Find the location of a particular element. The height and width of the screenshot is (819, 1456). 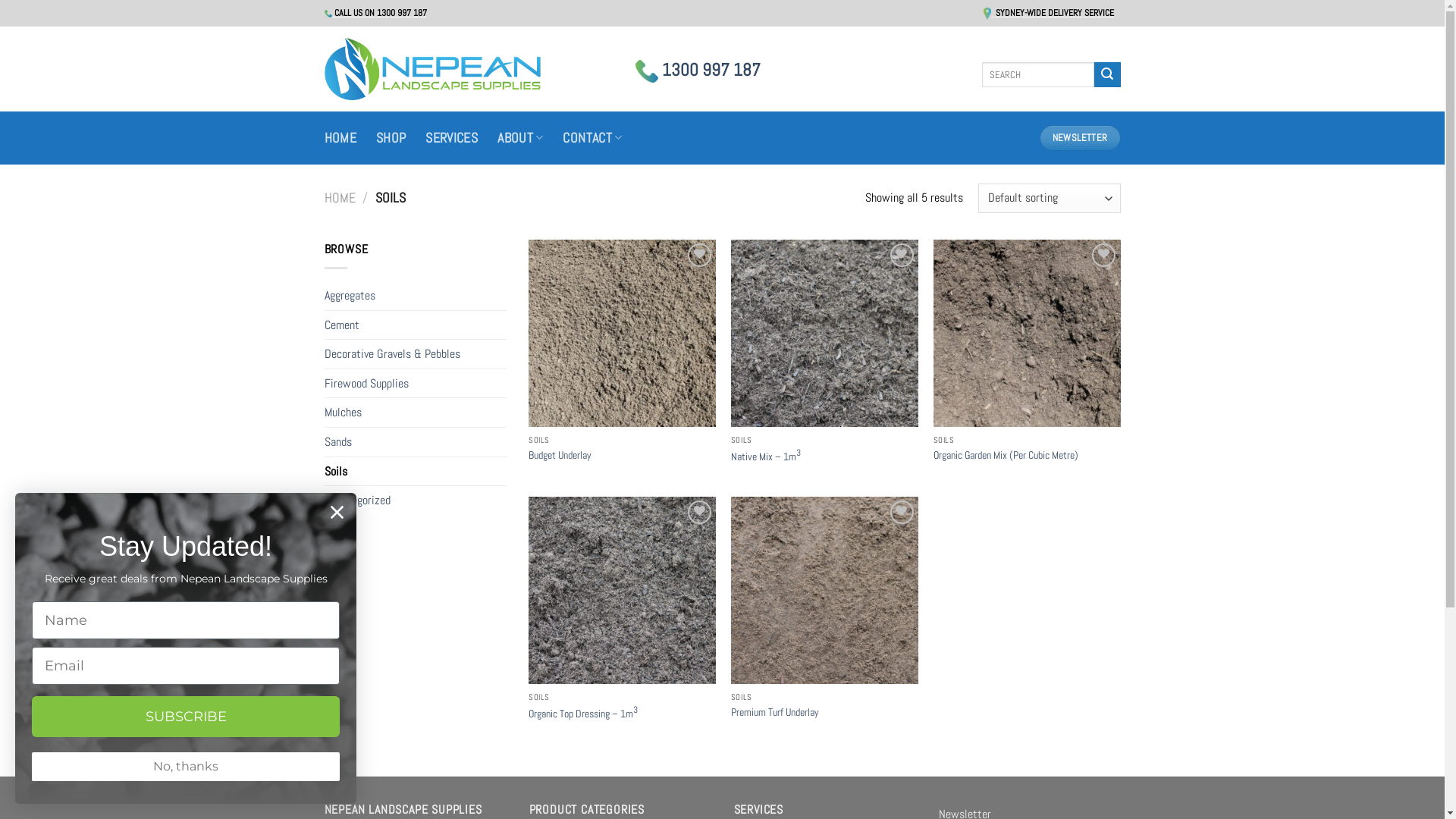

'HOME' is located at coordinates (323, 196).